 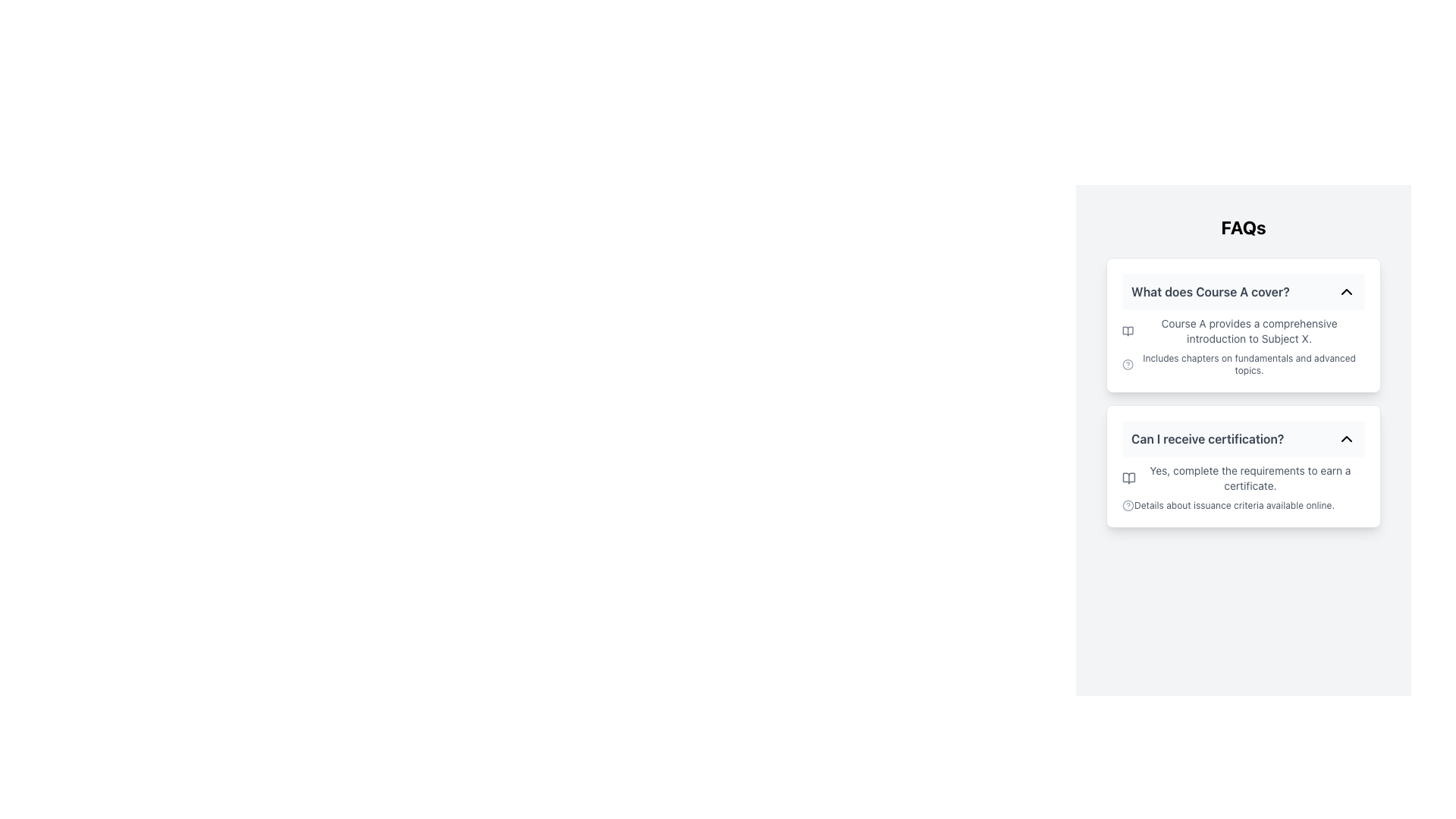 What do you see at coordinates (1128, 365) in the screenshot?
I see `the help icon located next to the text 'Includes chapters on fundamentals and advanced topics.' in the first FAQ item under the heading 'What does Course A cover?'` at bounding box center [1128, 365].